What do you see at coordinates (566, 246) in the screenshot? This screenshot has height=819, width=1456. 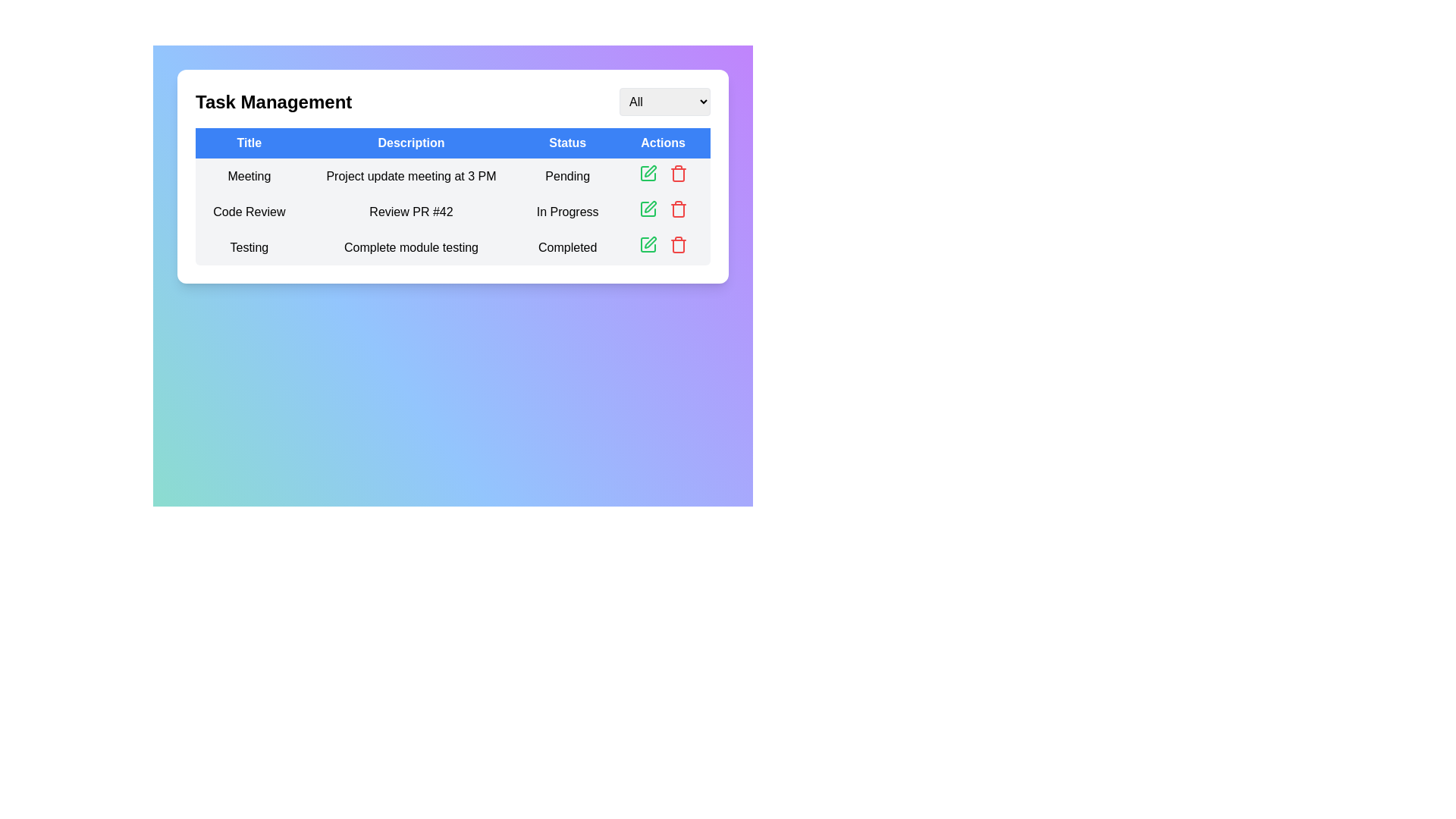 I see `the status label in the last row of the third column of the table, which indicates the task status` at bounding box center [566, 246].